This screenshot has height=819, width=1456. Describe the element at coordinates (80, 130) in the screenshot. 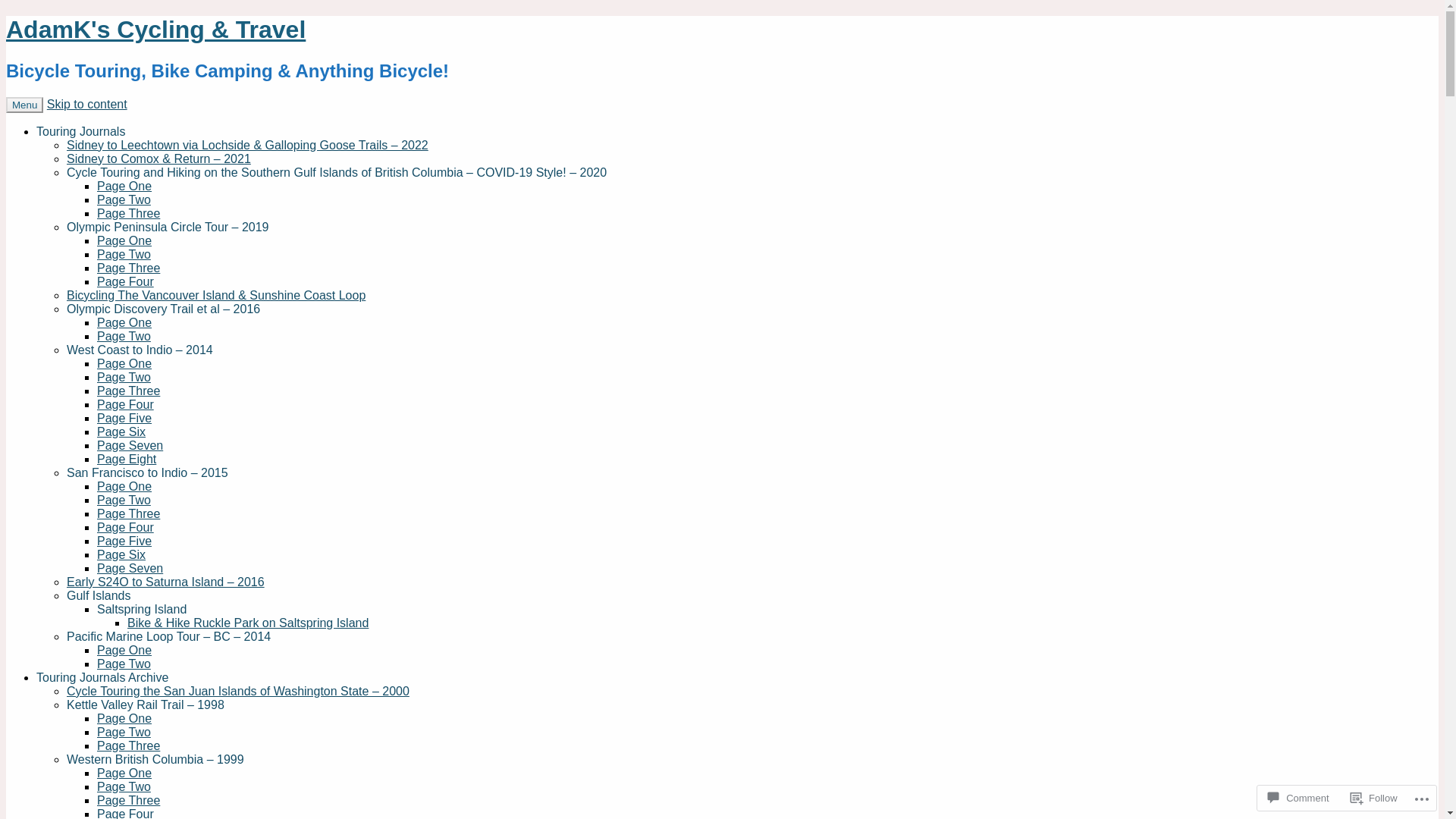

I see `'Touring Journals'` at that location.